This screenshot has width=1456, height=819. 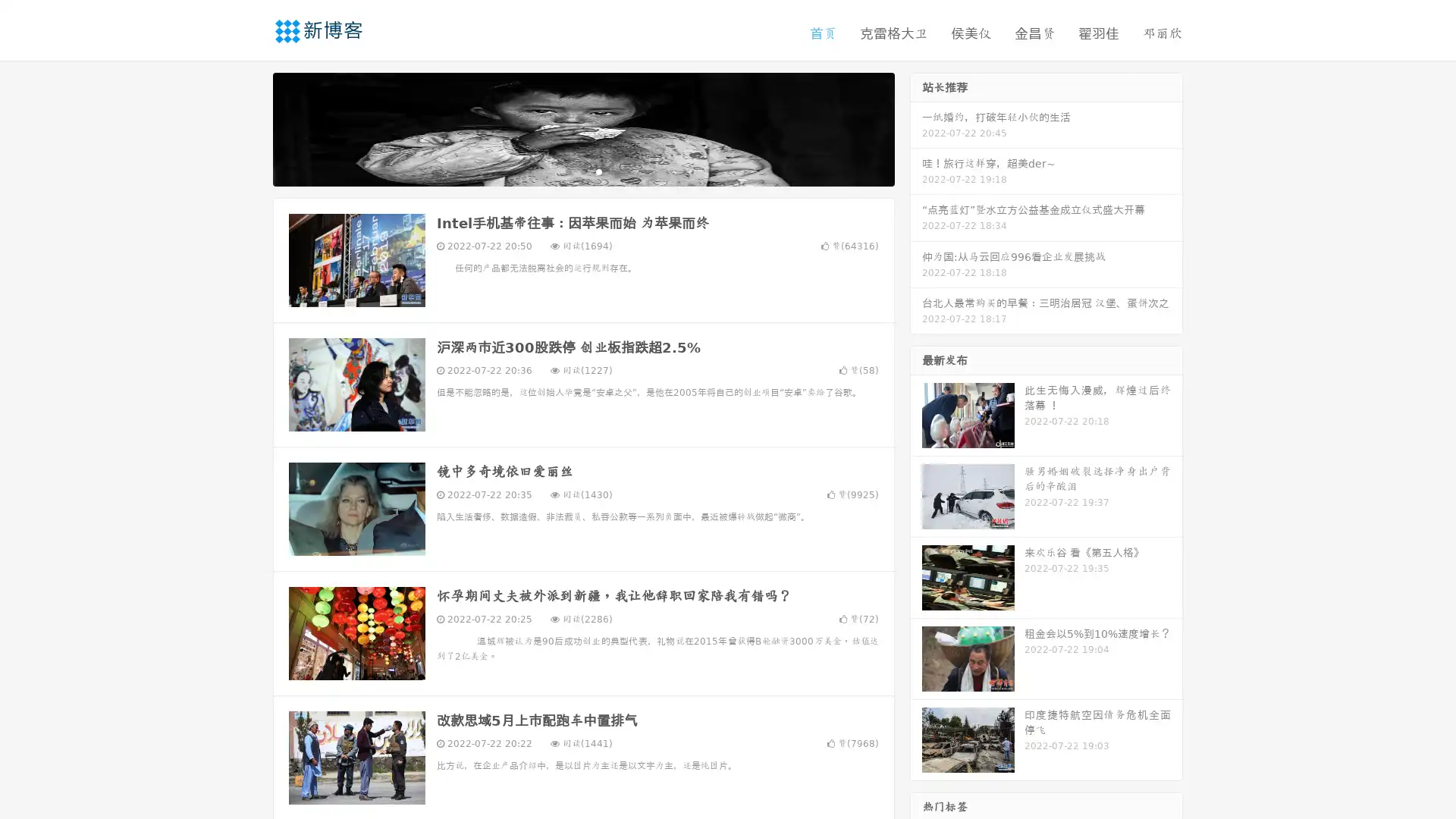 What do you see at coordinates (567, 171) in the screenshot?
I see `Go to slide 1` at bounding box center [567, 171].